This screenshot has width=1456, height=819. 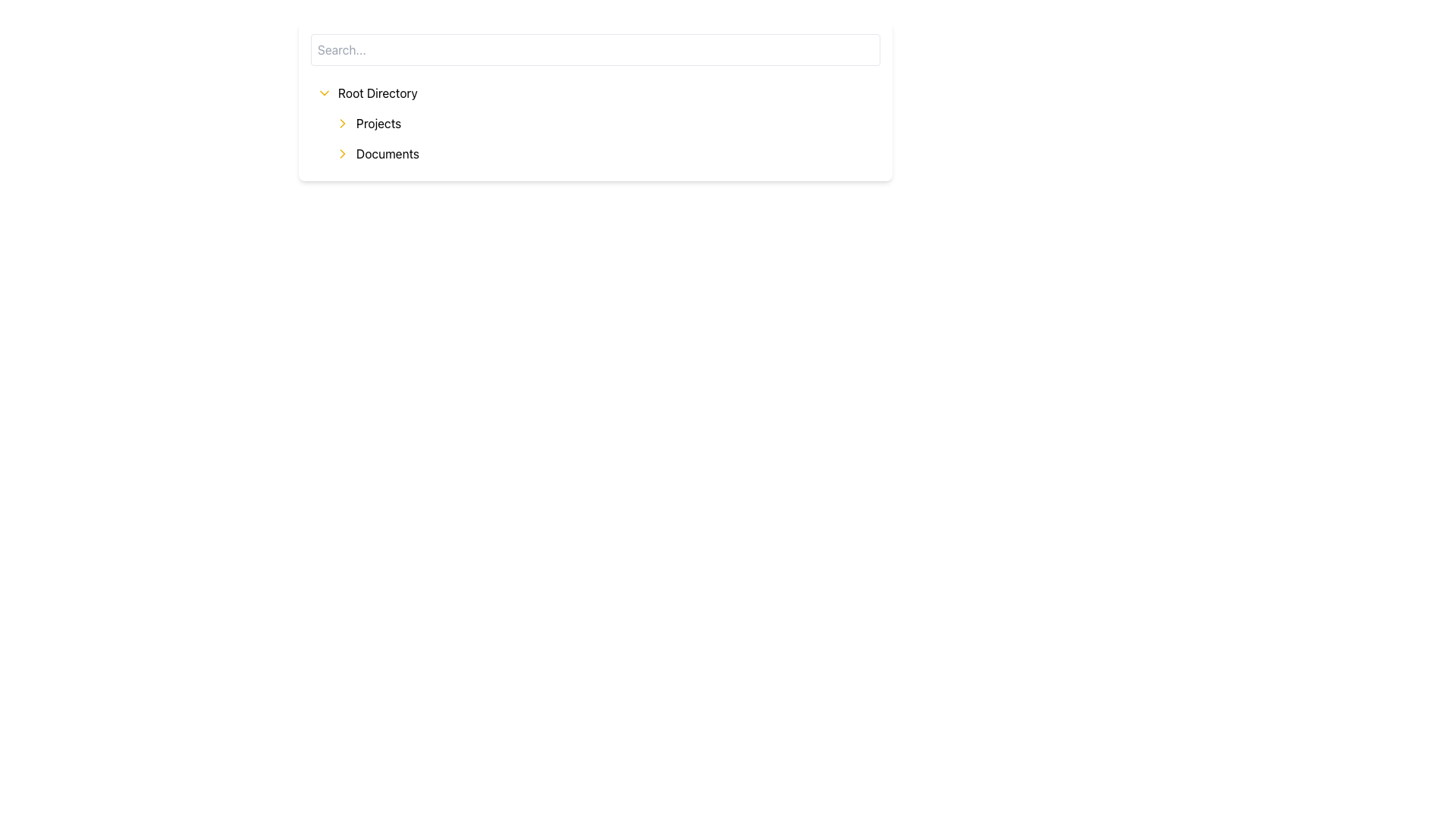 I want to click on the Chevron icon located within the 'Projects' menu item, which serves as an indicator for expanding or collapsing the subsection, so click(x=341, y=122).